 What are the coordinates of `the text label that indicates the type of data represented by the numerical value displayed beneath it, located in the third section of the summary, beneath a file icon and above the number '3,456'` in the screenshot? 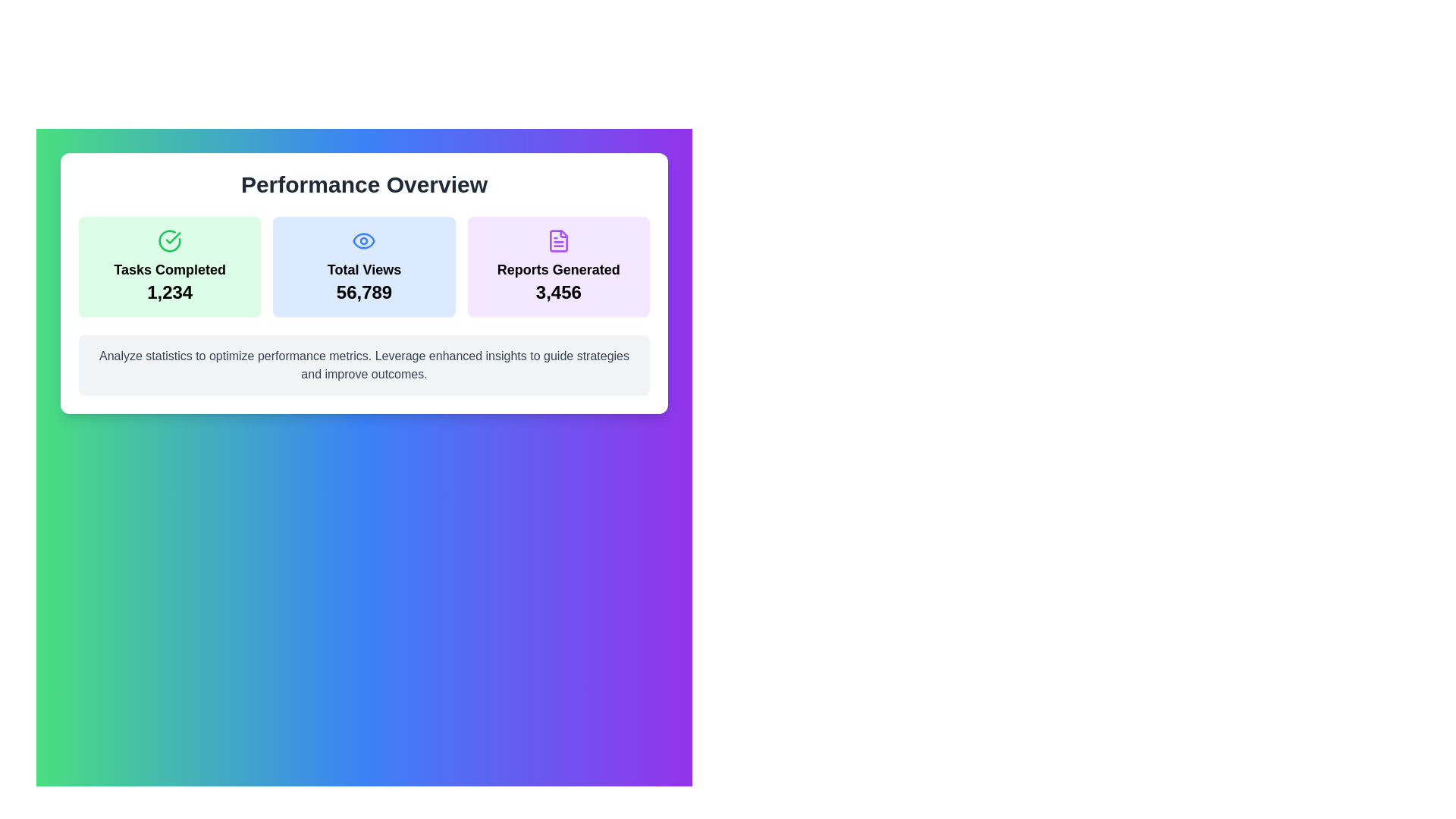 It's located at (557, 268).